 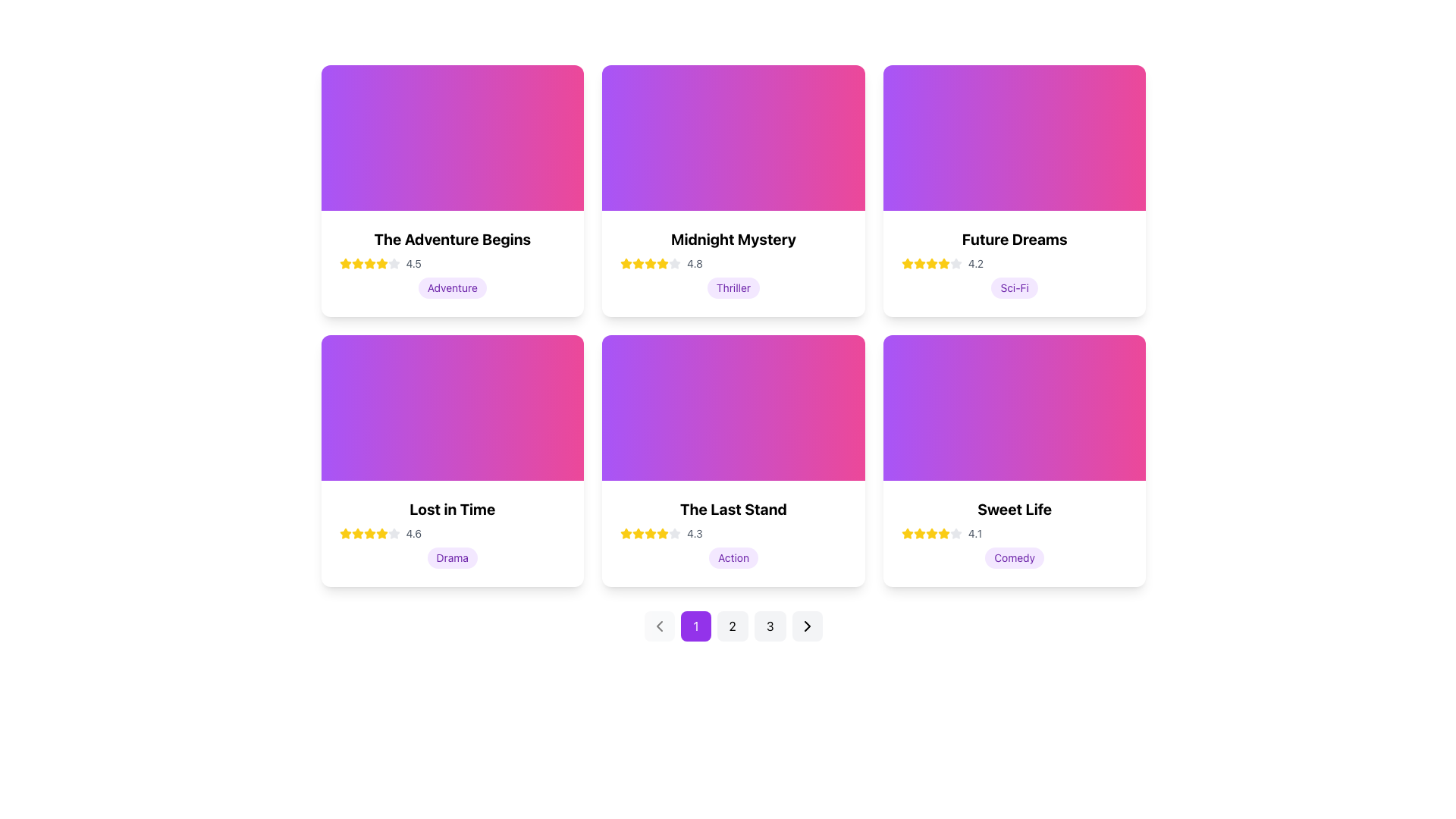 I want to click on the third star icon in the rating system for the movie 'The Last Stand', which is located centrally below the movie title and above the genre label, so click(x=651, y=532).